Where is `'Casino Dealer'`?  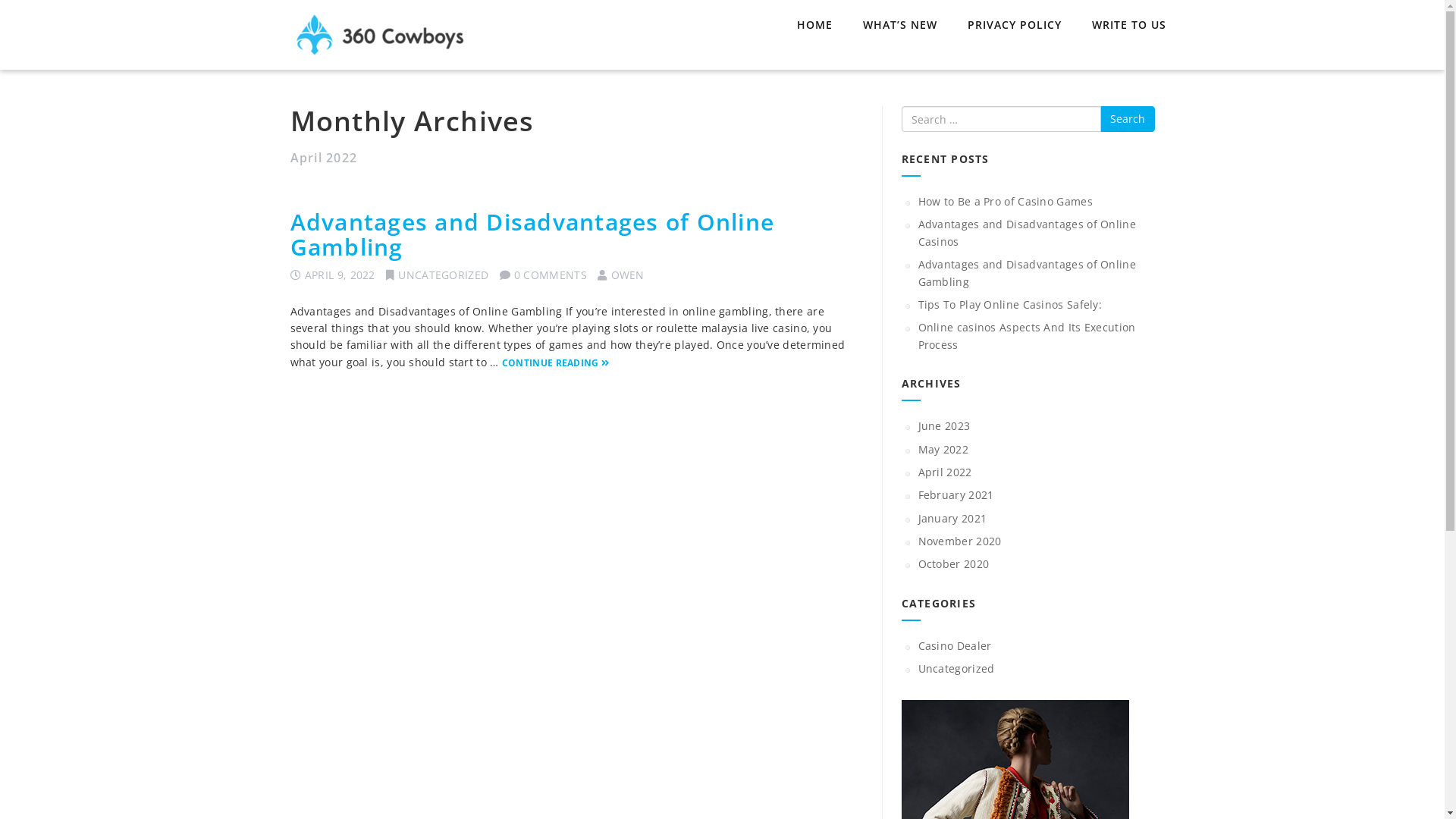 'Casino Dealer' is located at coordinates (953, 645).